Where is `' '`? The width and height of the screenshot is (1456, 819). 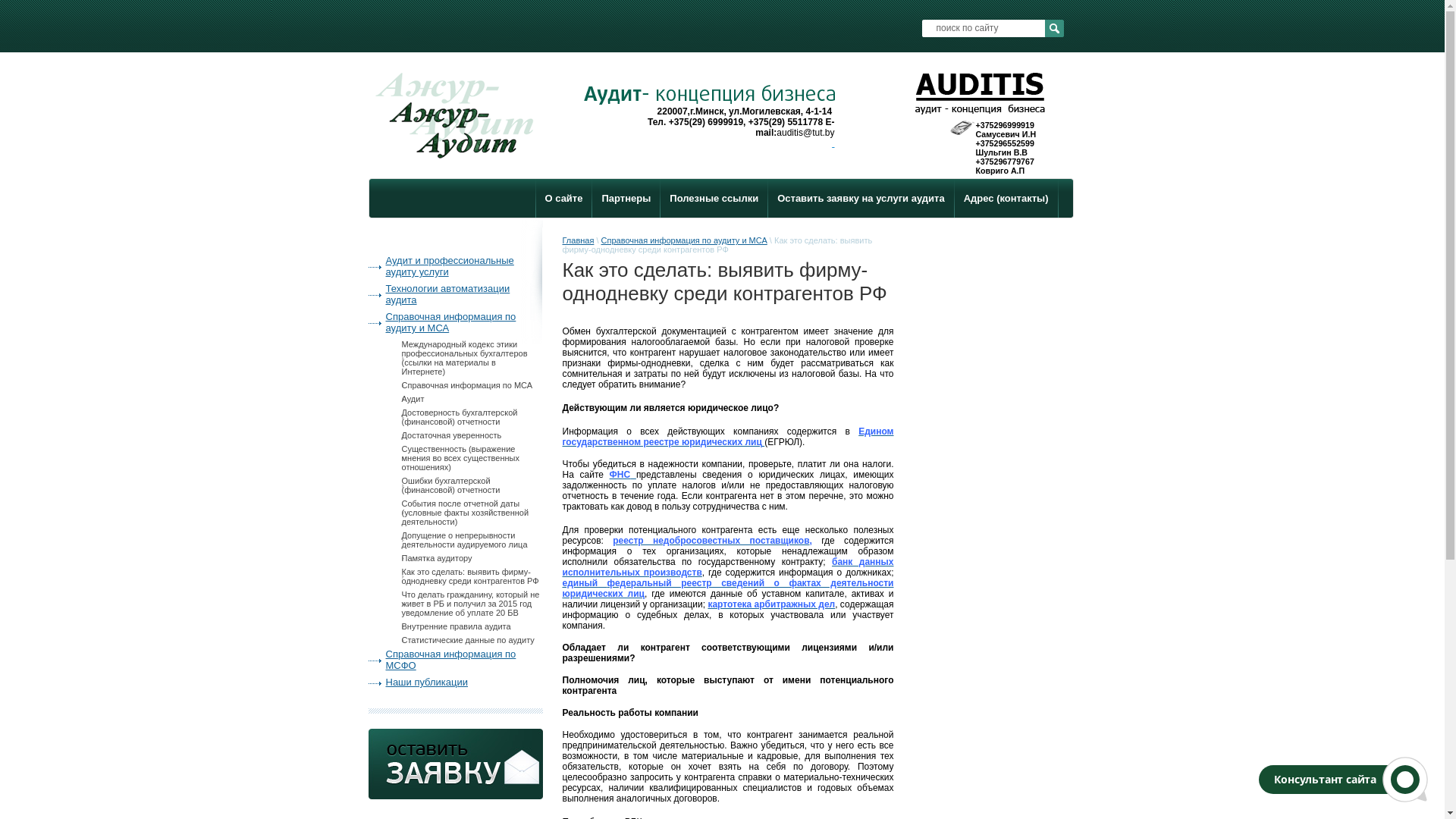
' ' is located at coordinates (831, 143).